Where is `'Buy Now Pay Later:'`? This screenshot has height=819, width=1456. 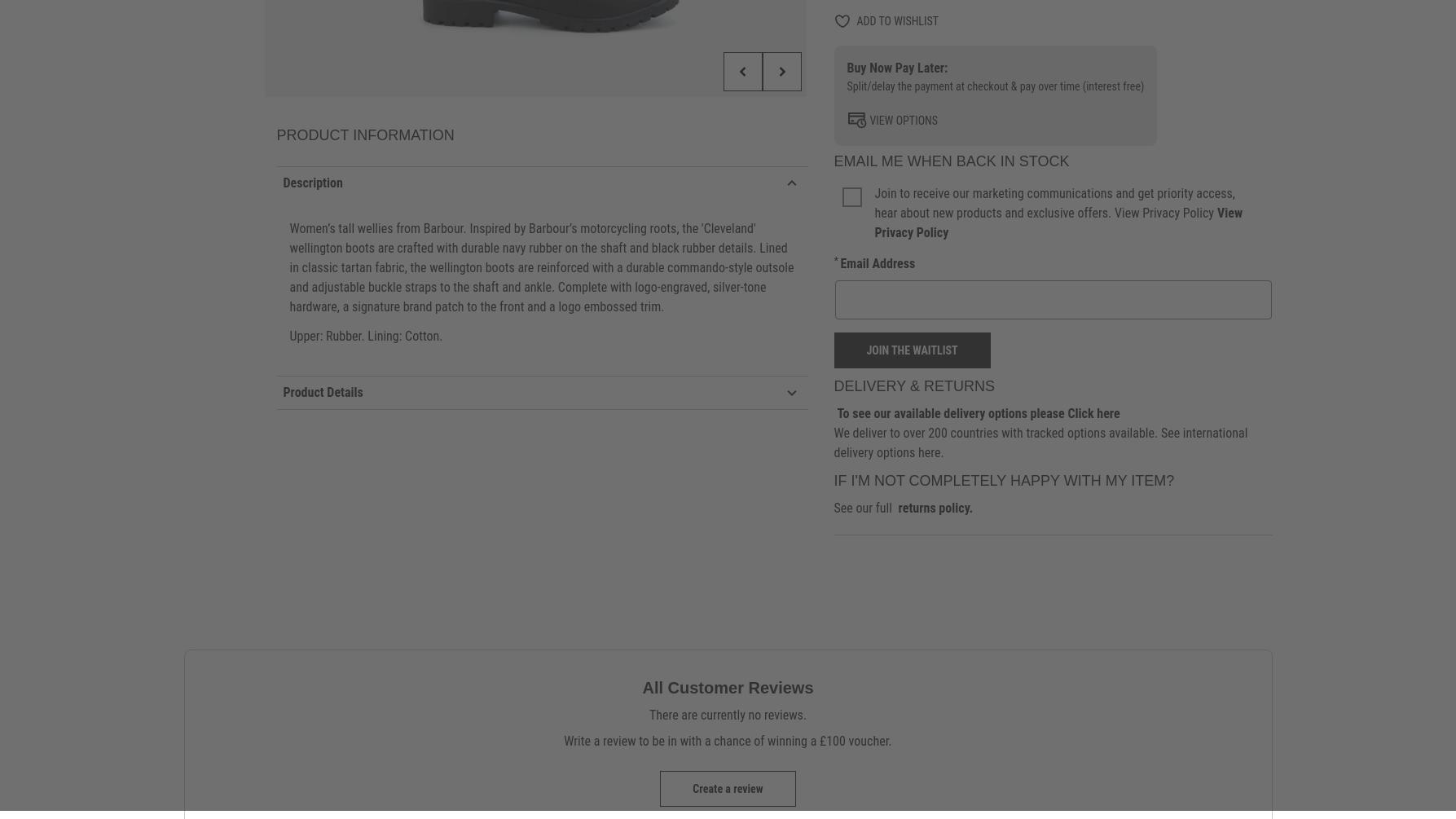 'Buy Now Pay Later:' is located at coordinates (896, 68).